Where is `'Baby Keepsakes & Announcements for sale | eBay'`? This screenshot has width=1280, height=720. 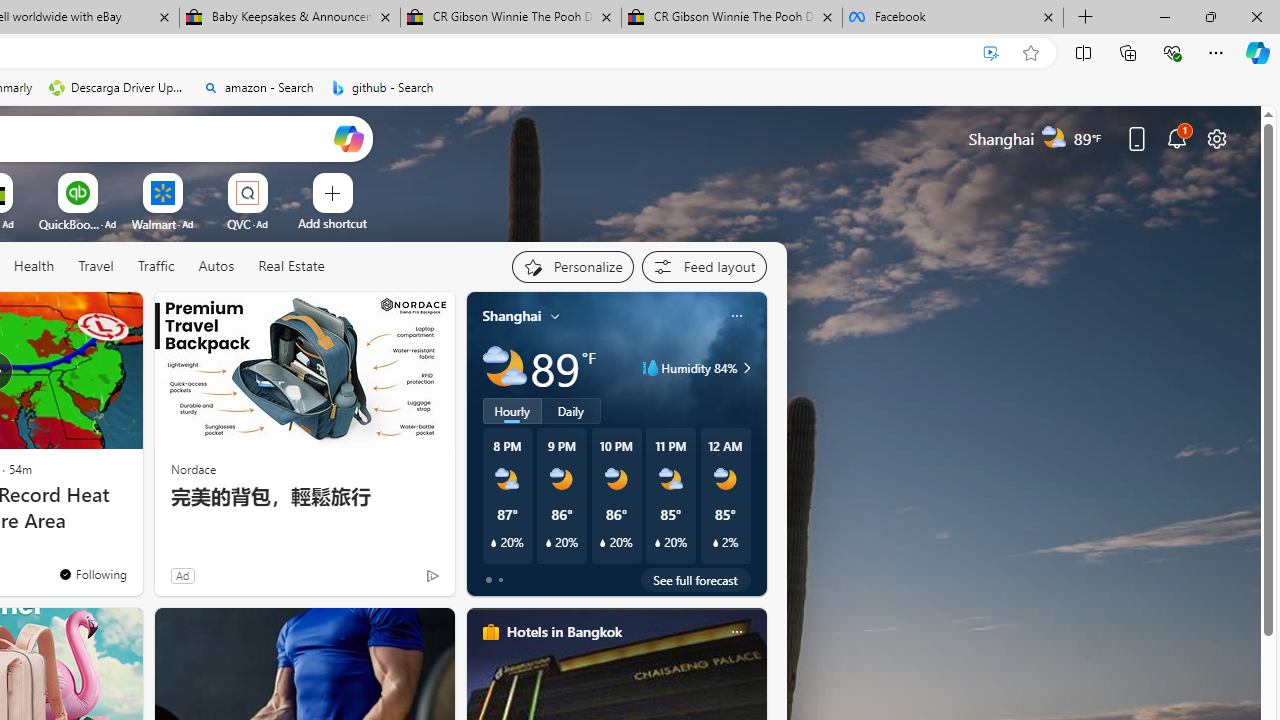
'Baby Keepsakes & Announcements for sale | eBay' is located at coordinates (289, 17).